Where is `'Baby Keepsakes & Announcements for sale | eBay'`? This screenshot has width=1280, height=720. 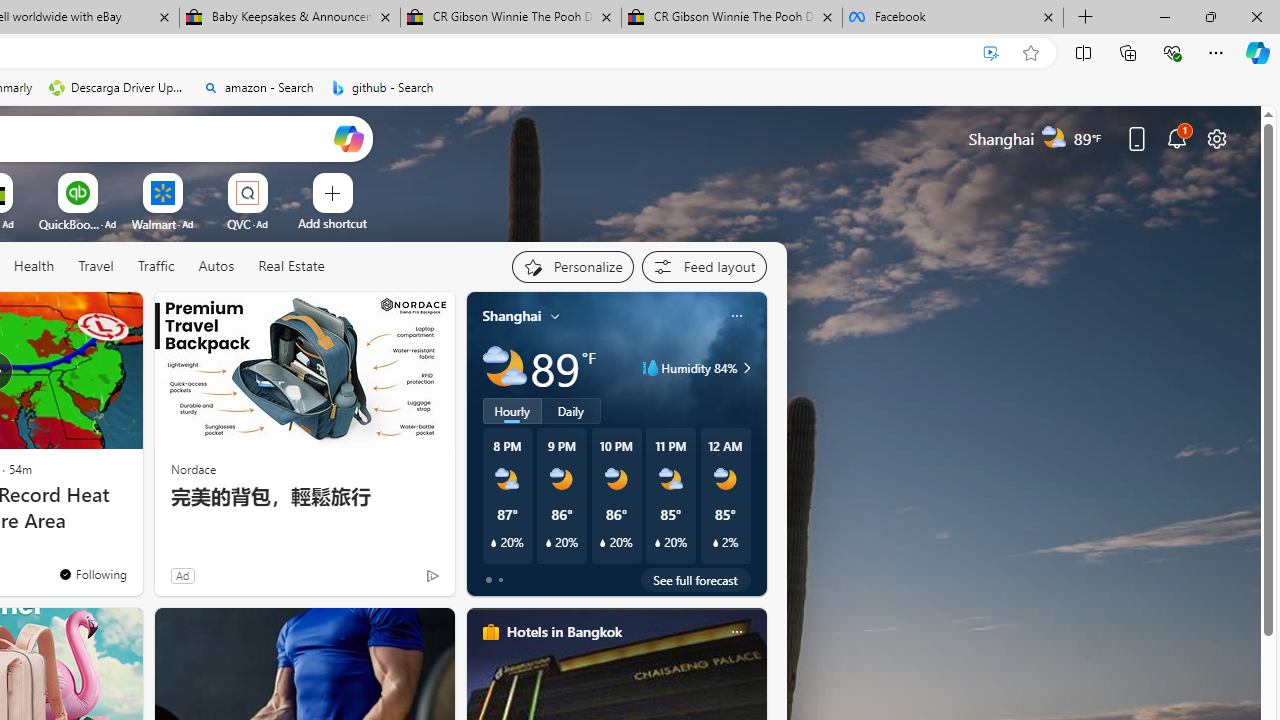
'Baby Keepsakes & Announcements for sale | eBay' is located at coordinates (289, 17).